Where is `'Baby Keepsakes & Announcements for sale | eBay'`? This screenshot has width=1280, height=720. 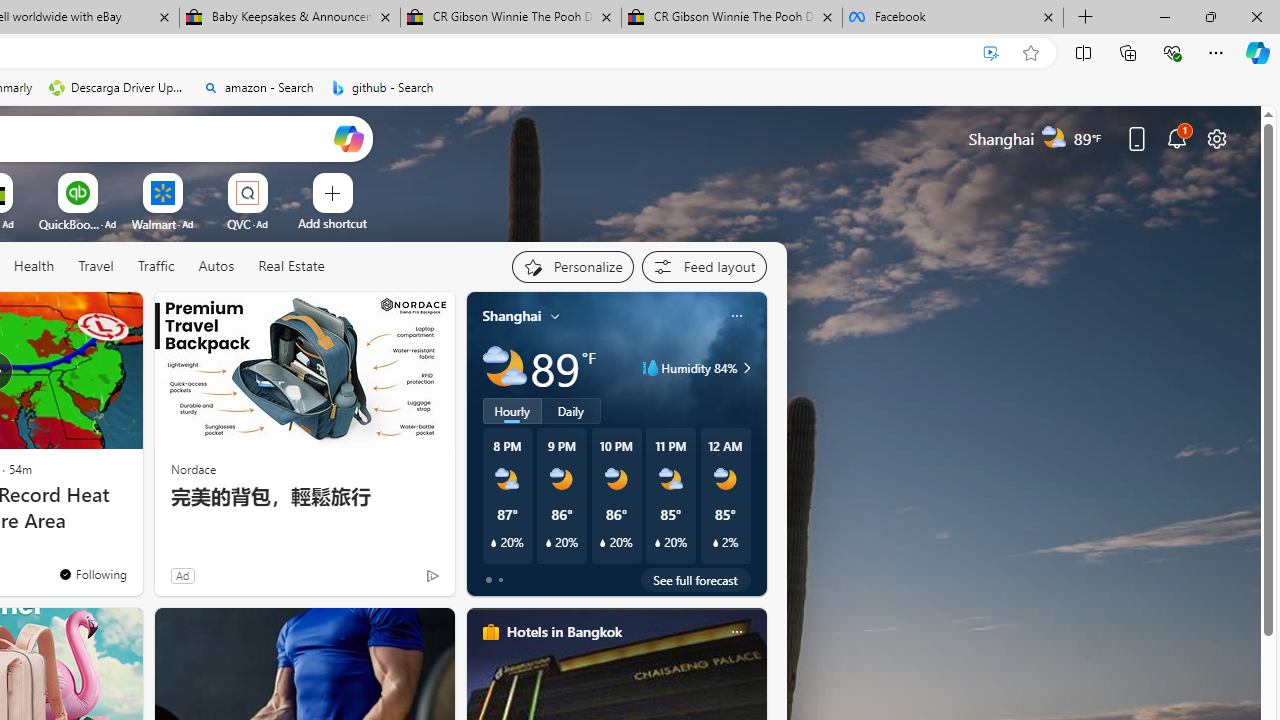
'Baby Keepsakes & Announcements for sale | eBay' is located at coordinates (289, 17).